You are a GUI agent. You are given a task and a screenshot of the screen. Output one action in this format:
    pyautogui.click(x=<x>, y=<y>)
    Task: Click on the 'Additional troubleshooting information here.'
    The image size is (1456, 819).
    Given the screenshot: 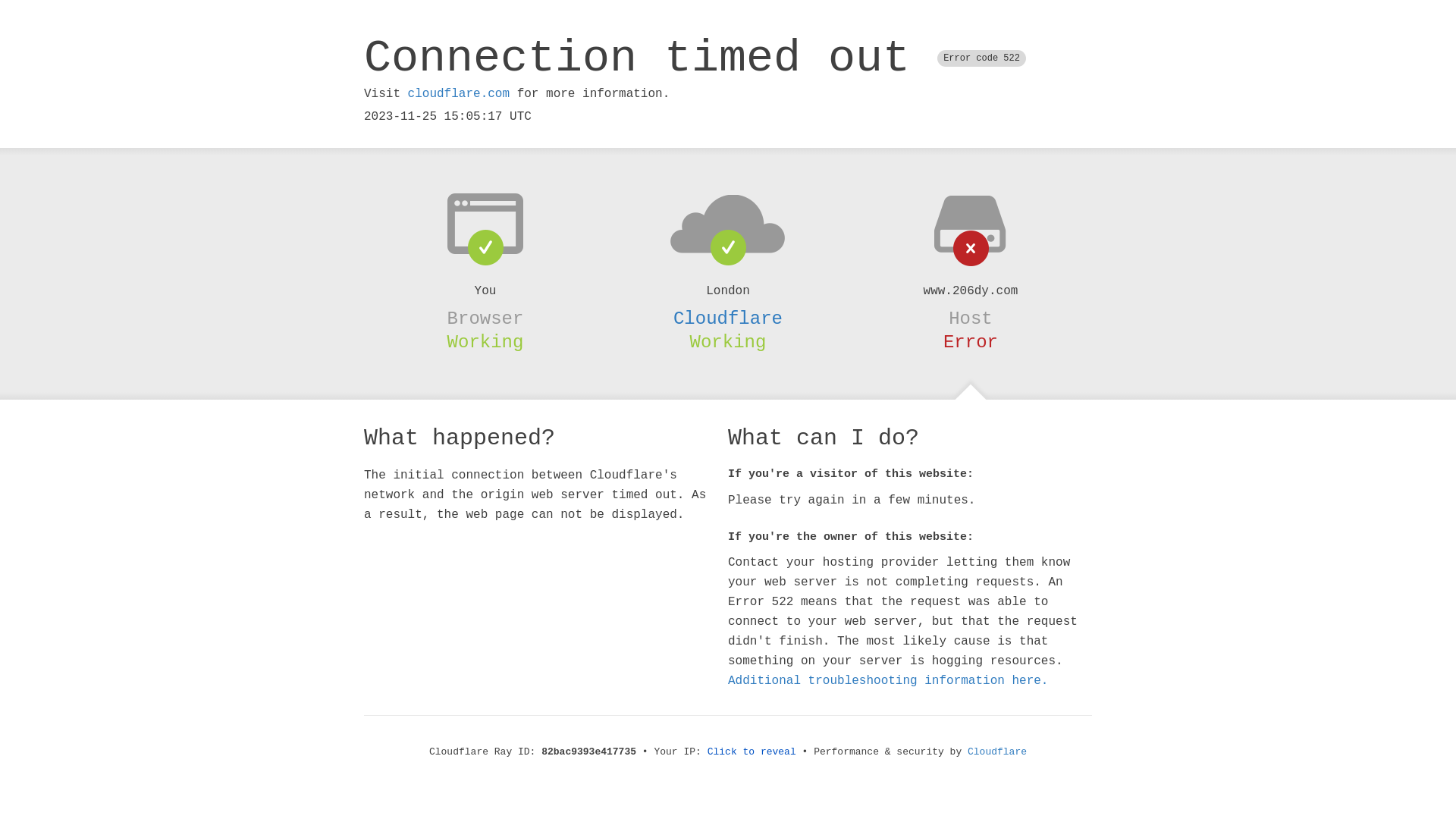 What is the action you would take?
    pyautogui.click(x=728, y=680)
    